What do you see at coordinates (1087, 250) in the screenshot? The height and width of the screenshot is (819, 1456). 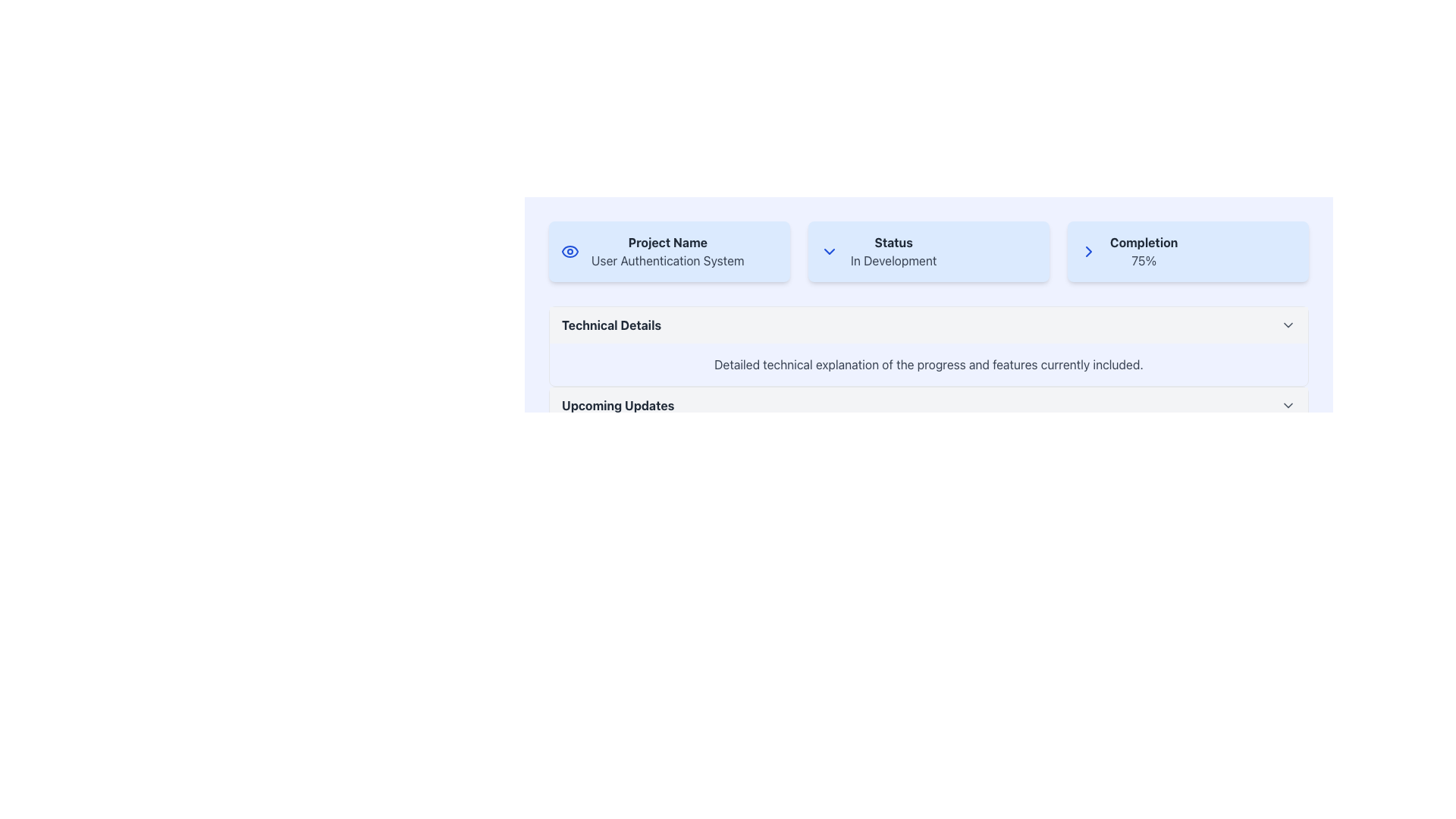 I see `blue rightward-pointing chevron icon located within the 'Completion75%' box, positioned to the left of the '75%' text` at bounding box center [1087, 250].